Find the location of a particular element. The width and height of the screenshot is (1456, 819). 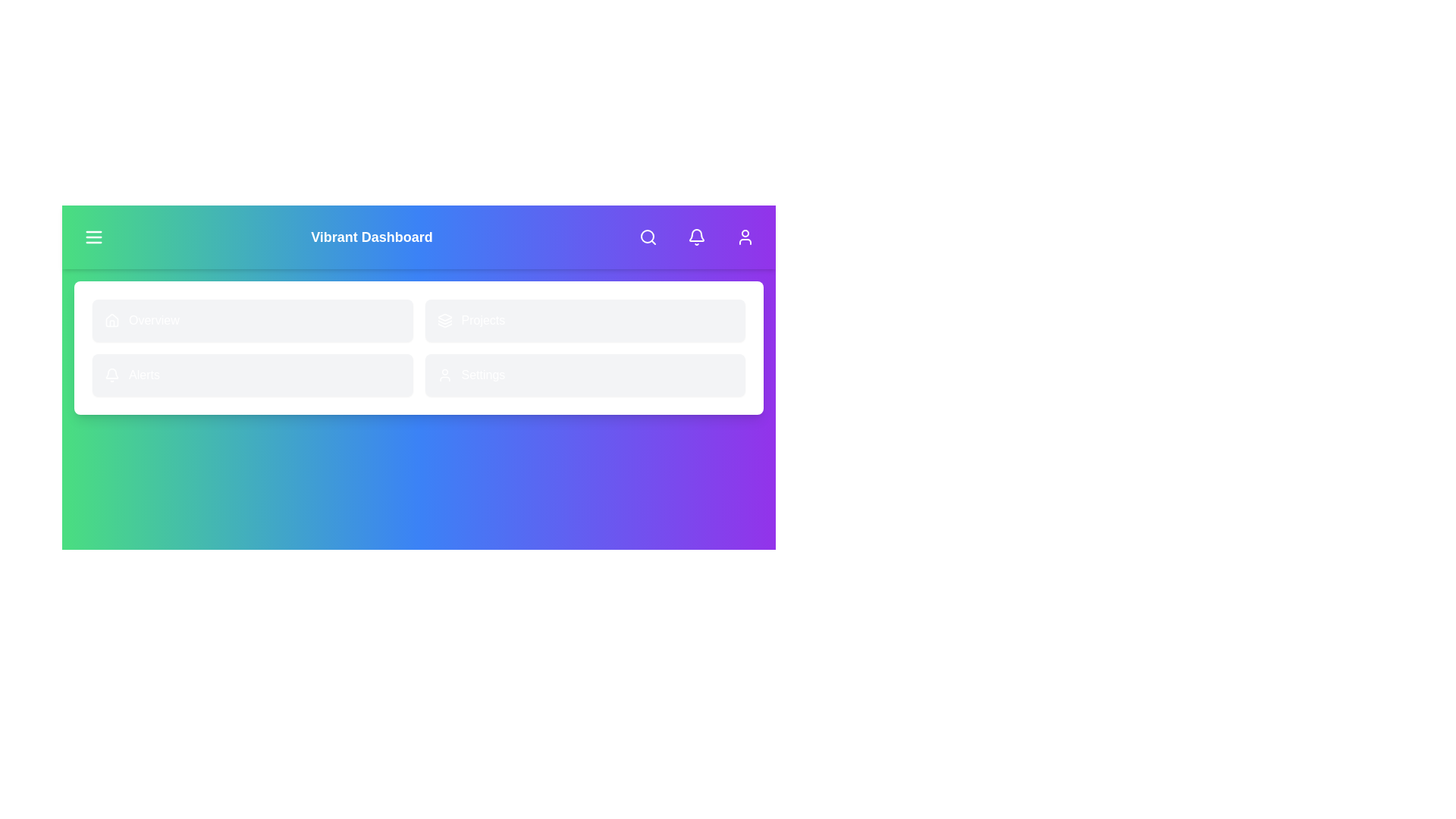

User Profile button at the top right is located at coordinates (745, 237).